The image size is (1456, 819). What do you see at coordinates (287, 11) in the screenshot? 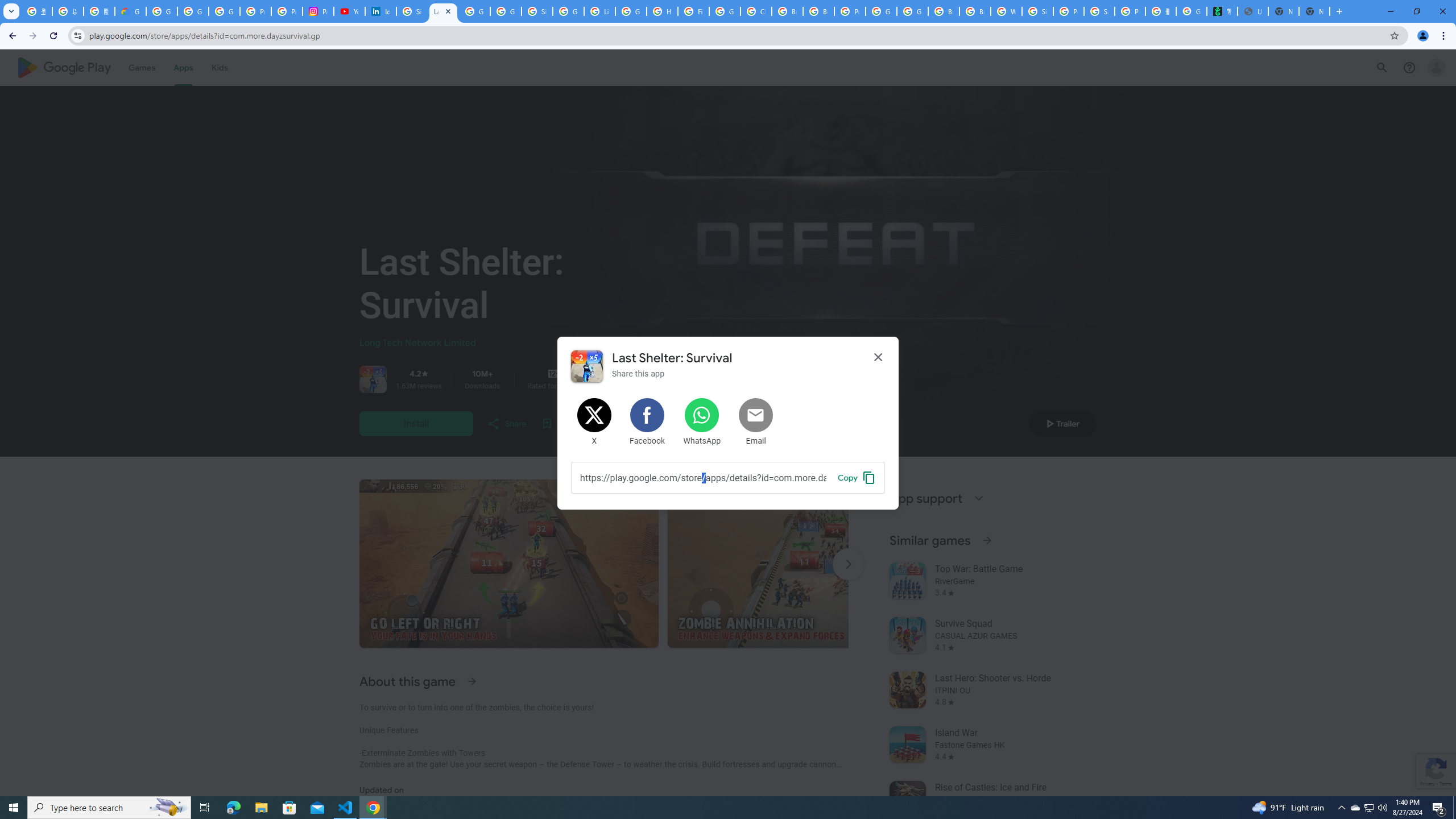
I see `'Privacy Help Center - Policies Help'` at bounding box center [287, 11].